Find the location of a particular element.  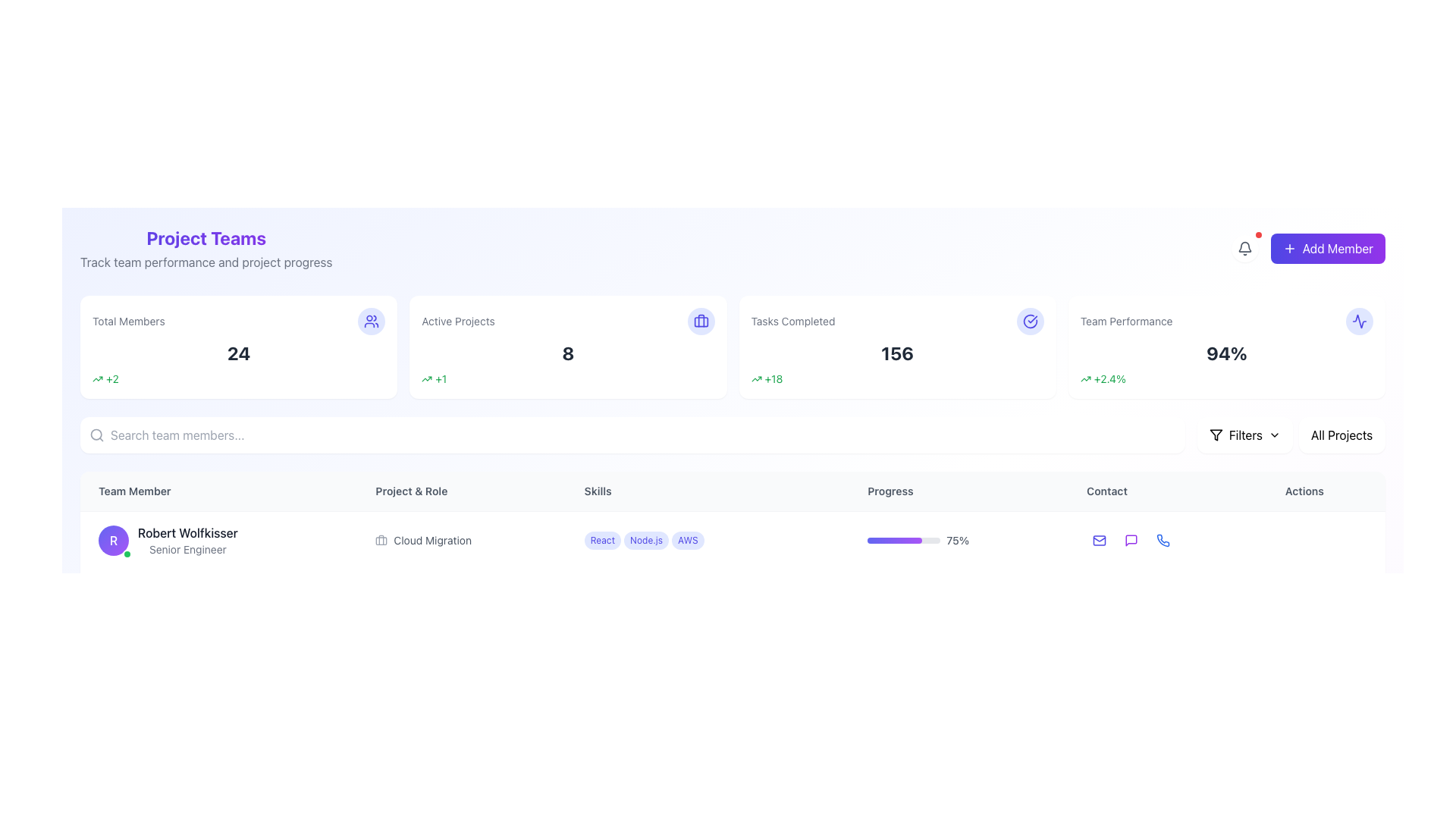

the action icons within the first entry of the team member details in the data table is located at coordinates (733, 539).